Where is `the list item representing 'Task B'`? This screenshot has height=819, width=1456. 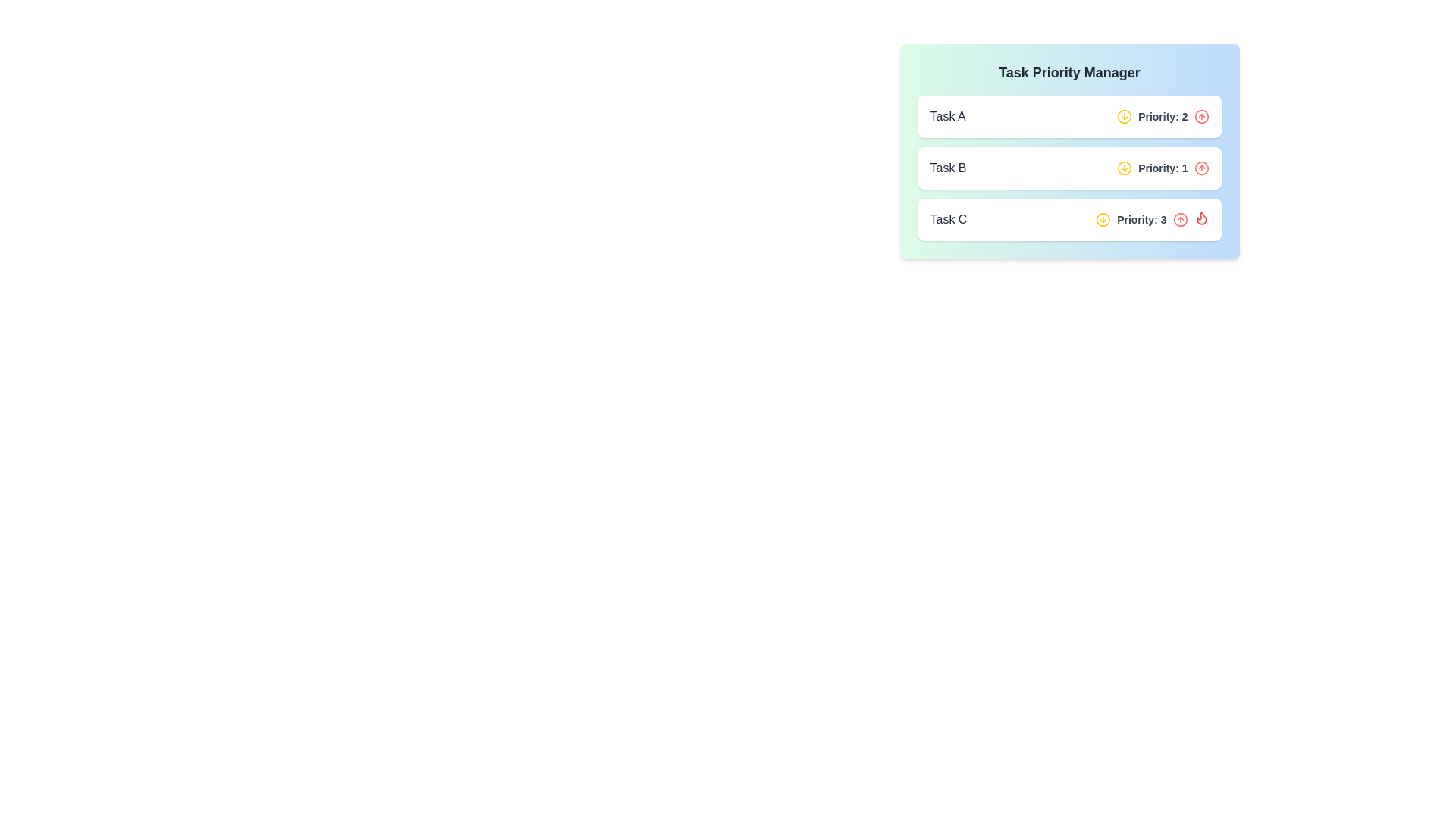
the list item representing 'Task B' is located at coordinates (1068, 168).